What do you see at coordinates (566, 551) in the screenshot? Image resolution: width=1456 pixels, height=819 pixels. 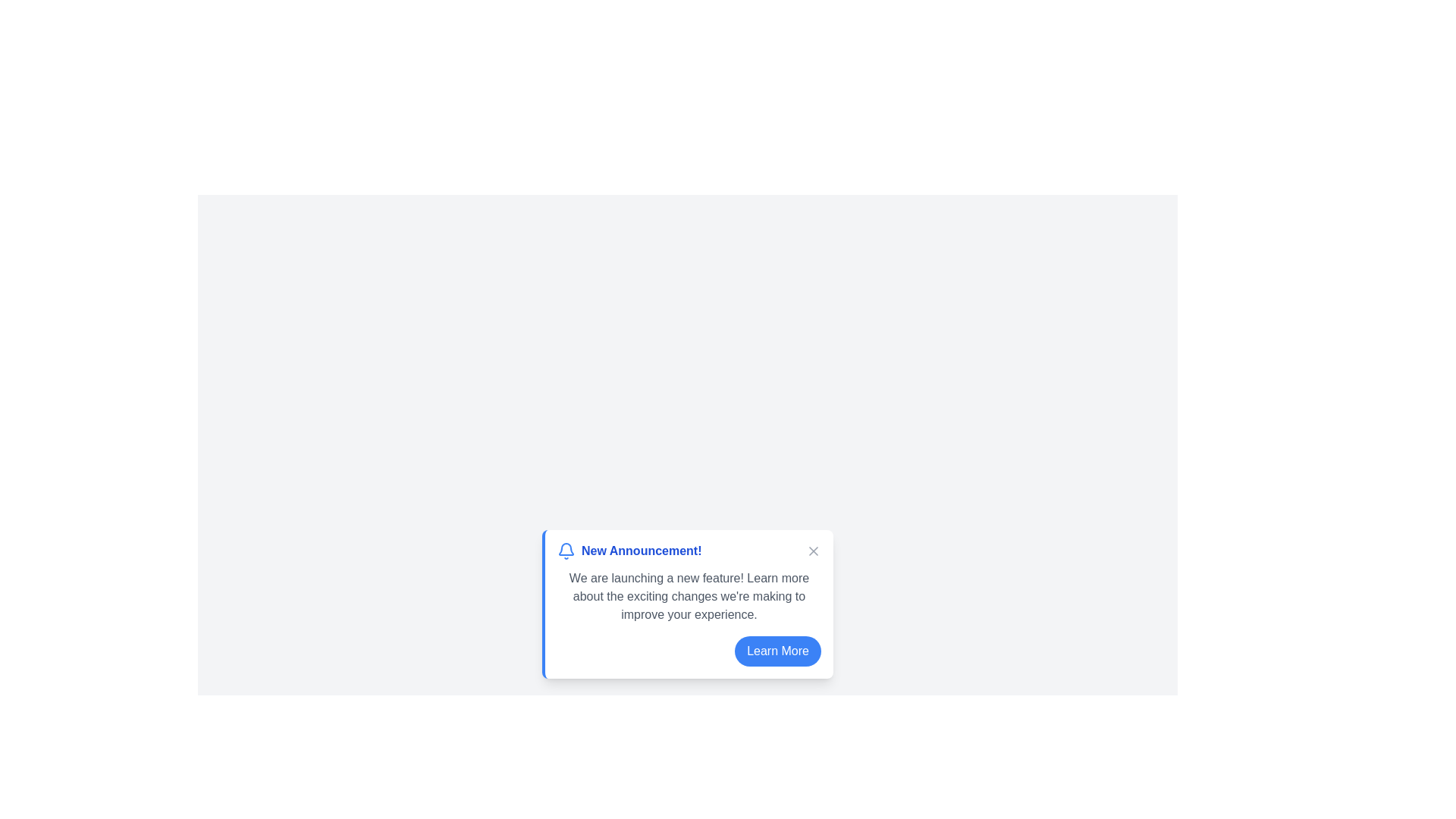 I see `the notification bell icon to interact with it` at bounding box center [566, 551].